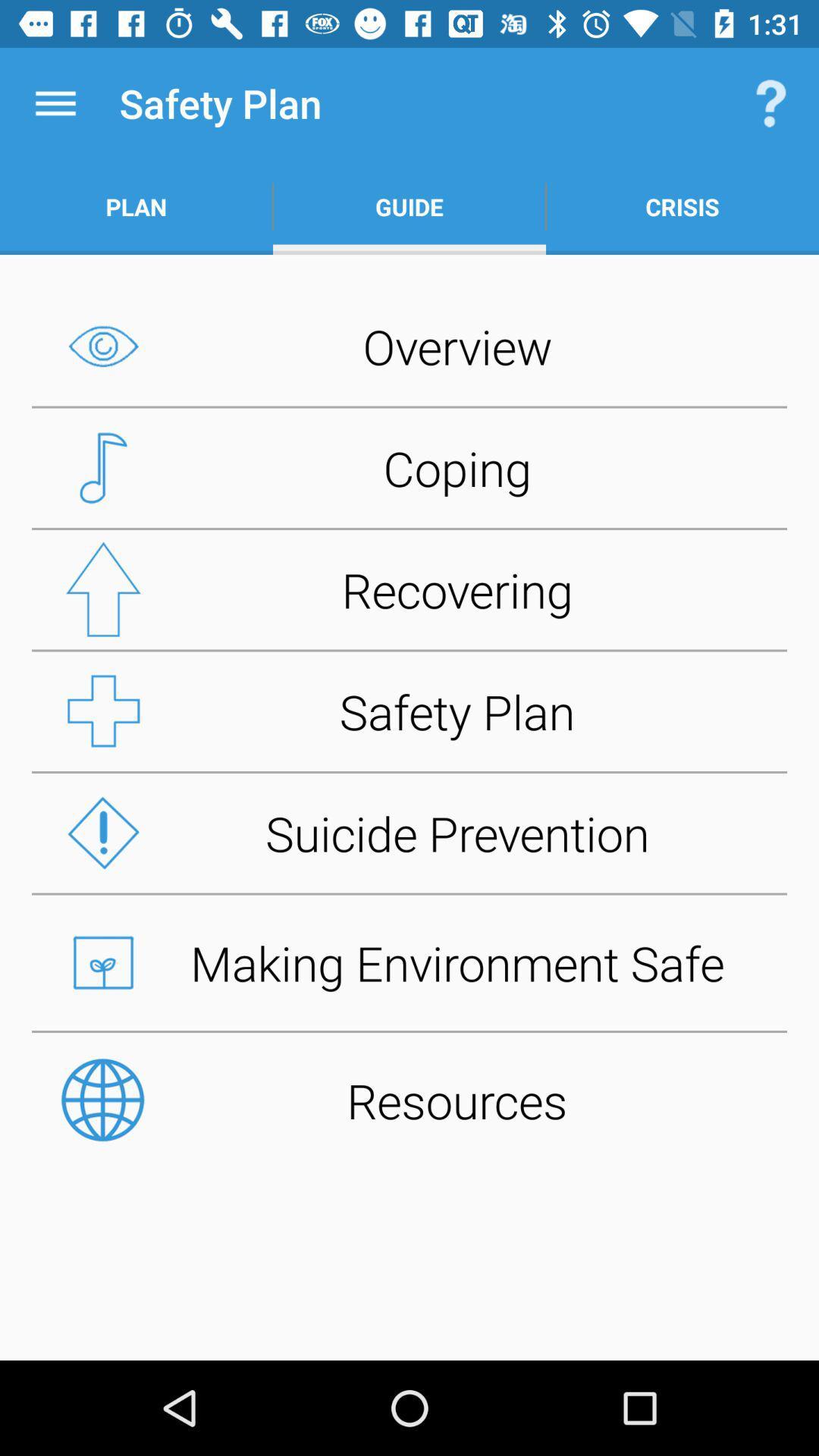  Describe the element at coordinates (409, 206) in the screenshot. I see `item to the right of the plan` at that location.